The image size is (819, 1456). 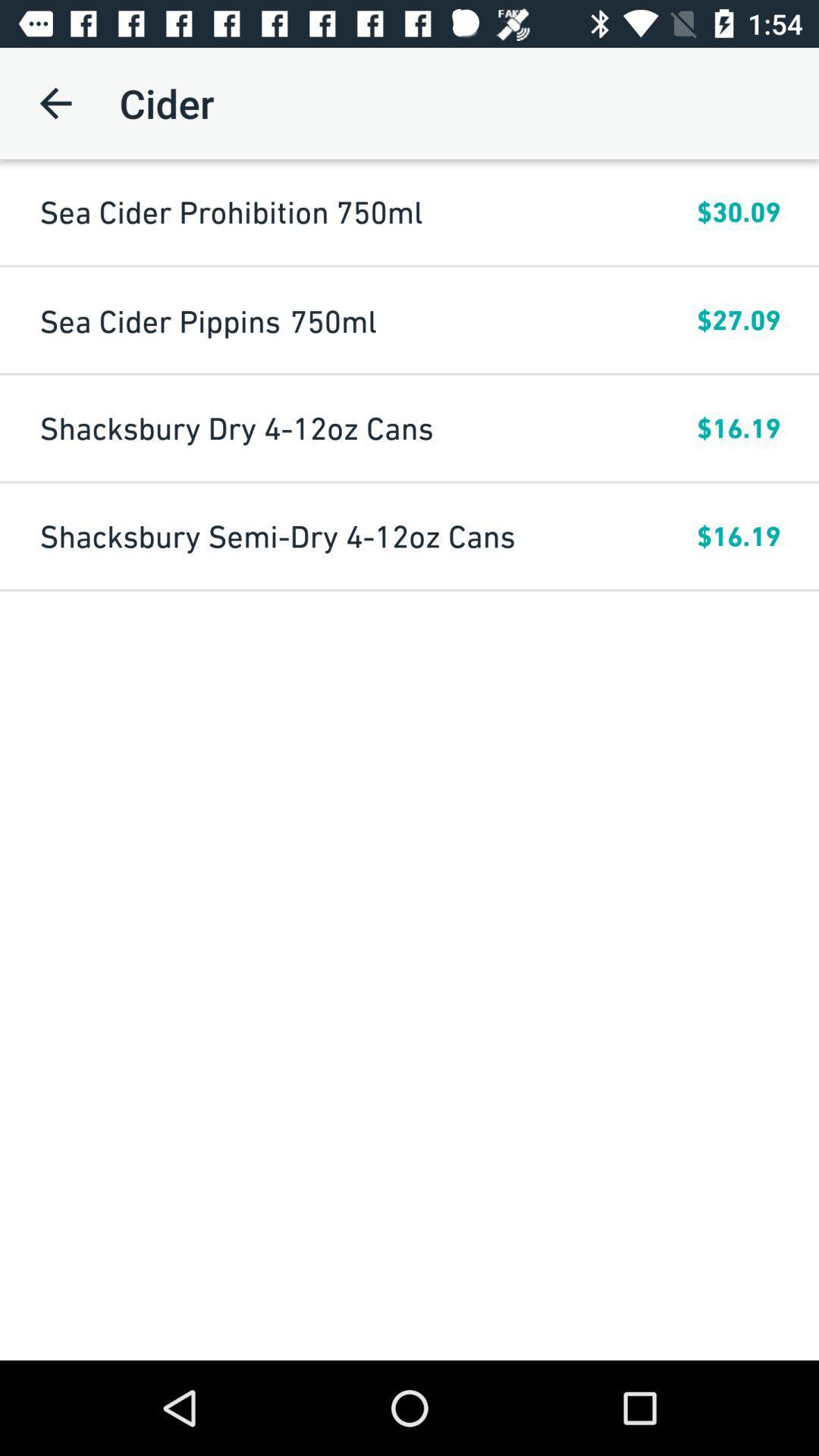 What do you see at coordinates (55, 102) in the screenshot?
I see `the app to the left of cider item` at bounding box center [55, 102].